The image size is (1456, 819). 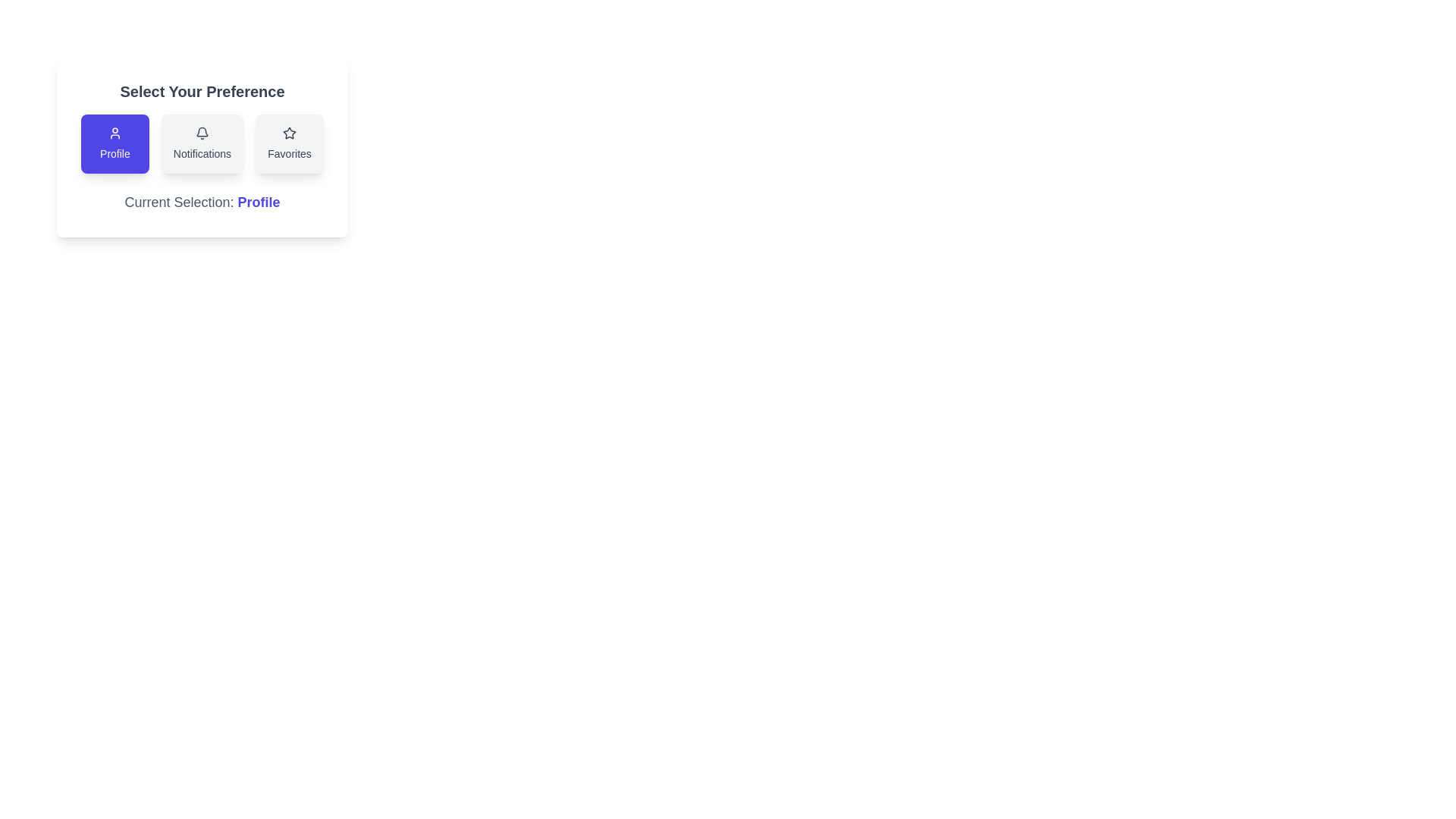 What do you see at coordinates (259, 201) in the screenshot?
I see `the bold, indigo-colored text label displaying 'Profile', which is part of the sentence 'Current Selection: Profile'` at bounding box center [259, 201].